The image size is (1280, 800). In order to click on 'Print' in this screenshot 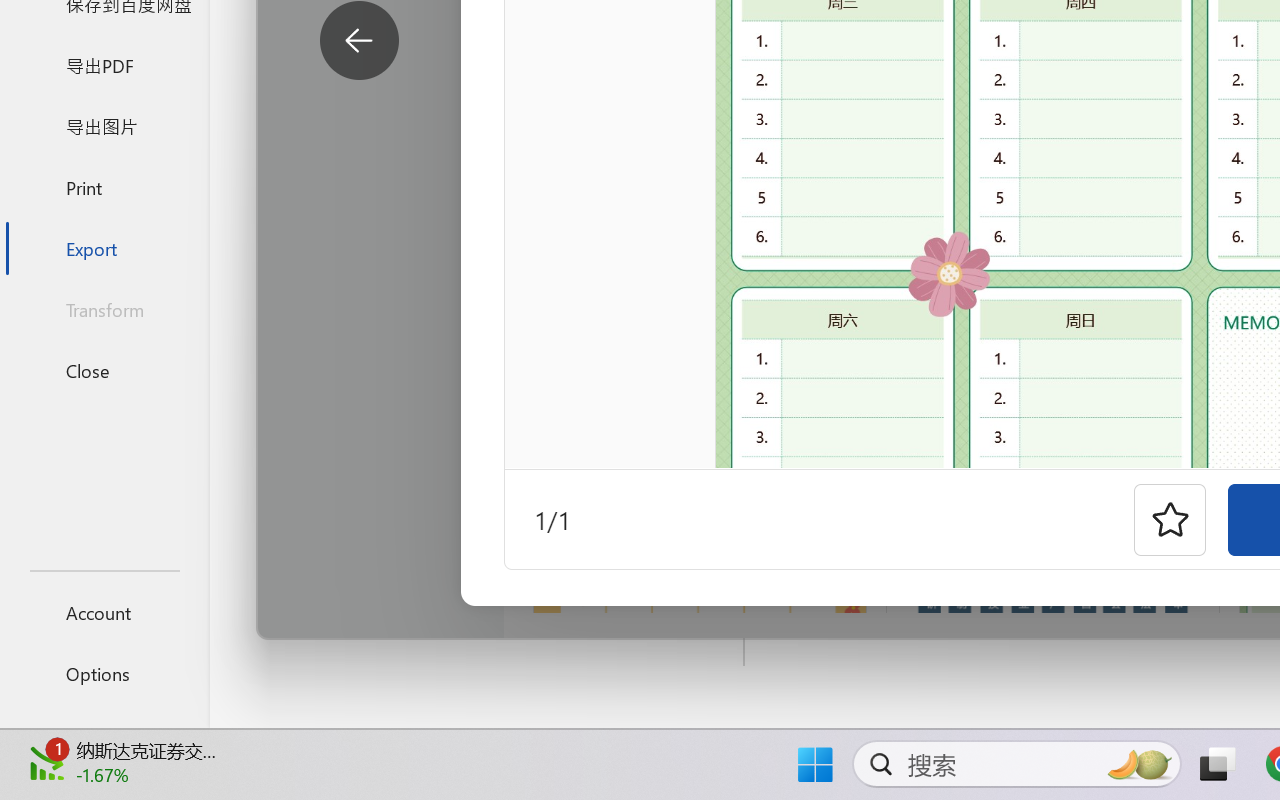, I will do `click(103, 186)`.